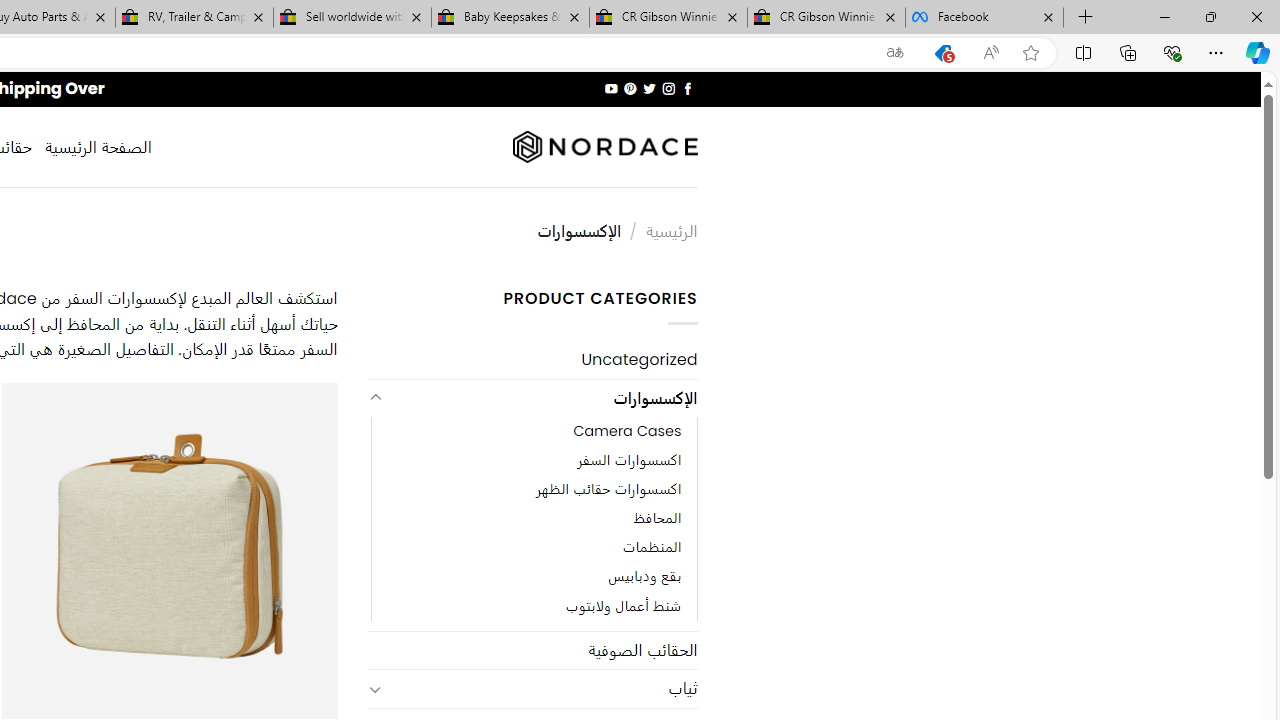 The height and width of the screenshot is (720, 1280). Describe the element at coordinates (1171, 51) in the screenshot. I see `'Browser essentials'` at that location.